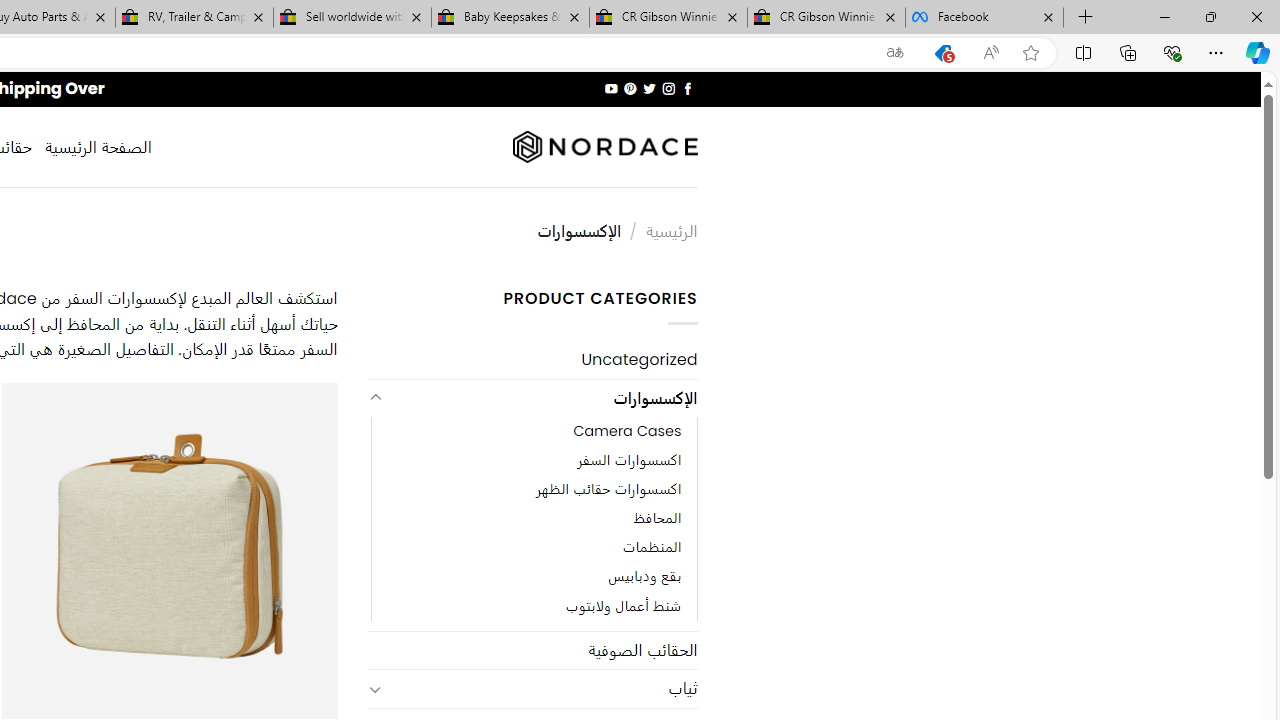 The height and width of the screenshot is (720, 1280). Describe the element at coordinates (1171, 51) in the screenshot. I see `'Browser essentials'` at that location.